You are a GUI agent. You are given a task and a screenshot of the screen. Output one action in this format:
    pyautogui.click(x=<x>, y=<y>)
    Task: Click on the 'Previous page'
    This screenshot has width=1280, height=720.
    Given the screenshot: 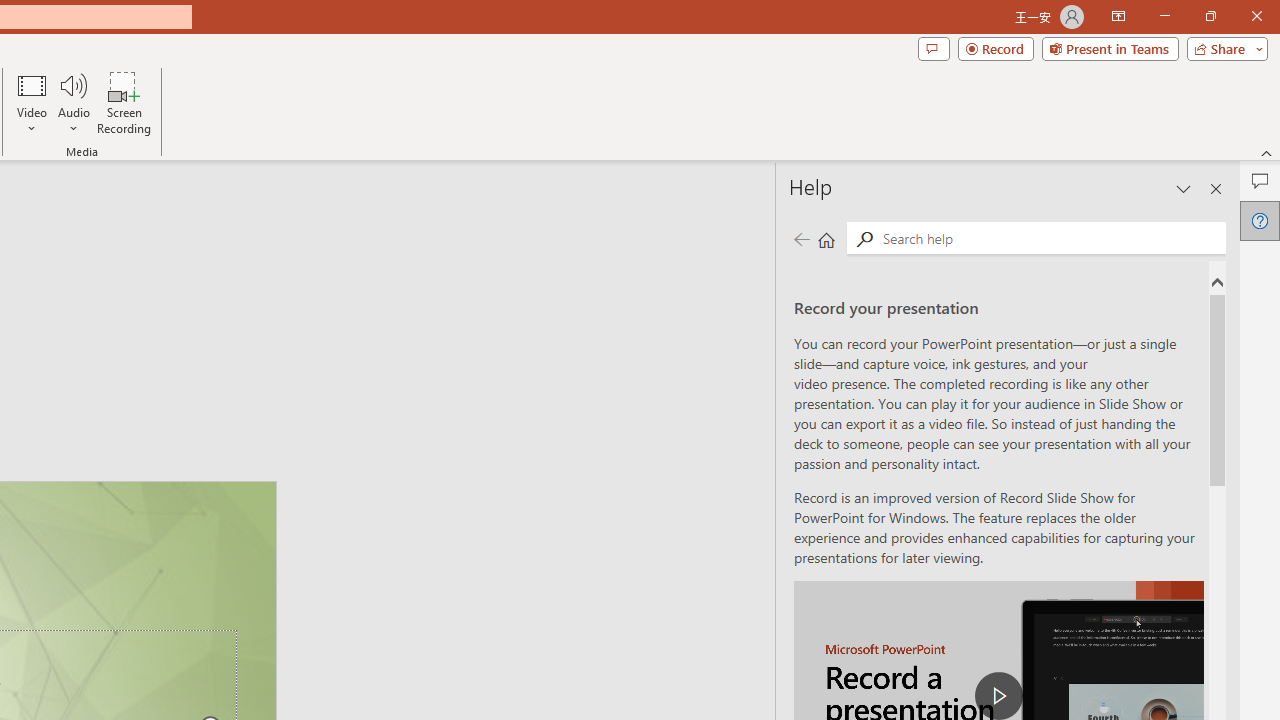 What is the action you would take?
    pyautogui.click(x=801, y=238)
    